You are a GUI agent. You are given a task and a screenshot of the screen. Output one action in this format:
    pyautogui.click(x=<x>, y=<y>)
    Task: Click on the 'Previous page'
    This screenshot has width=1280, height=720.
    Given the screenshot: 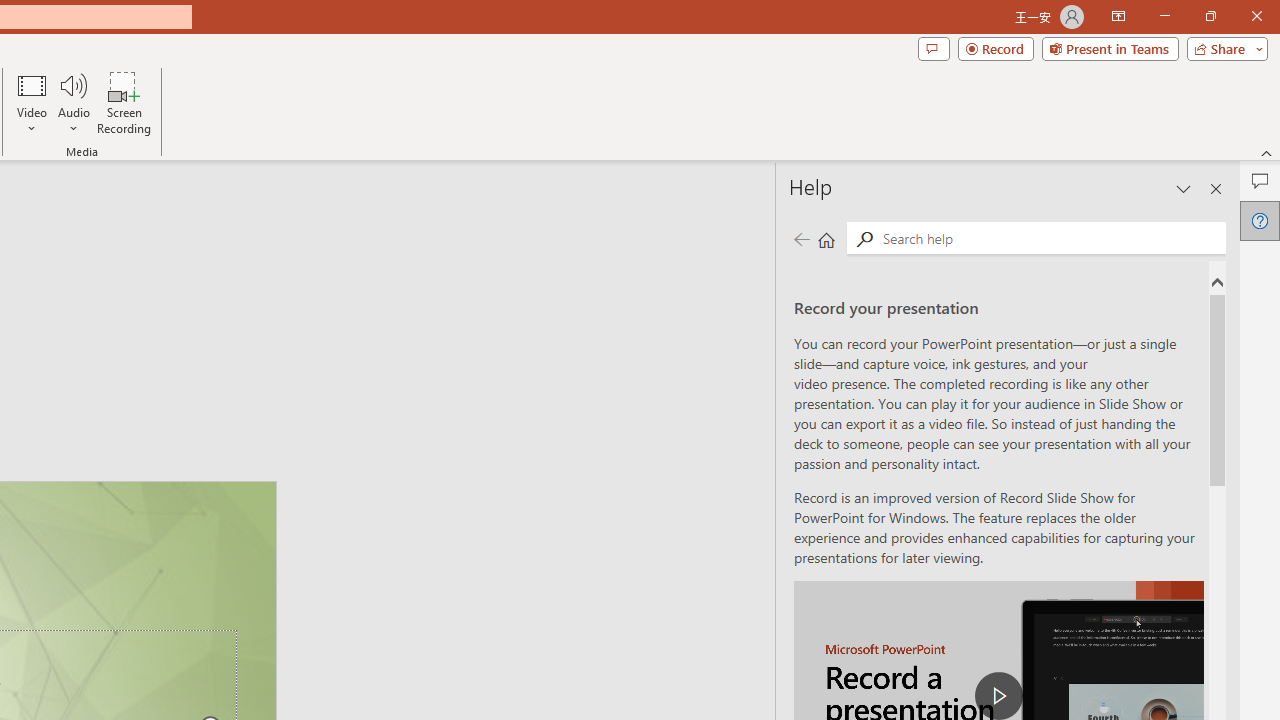 What is the action you would take?
    pyautogui.click(x=801, y=238)
    